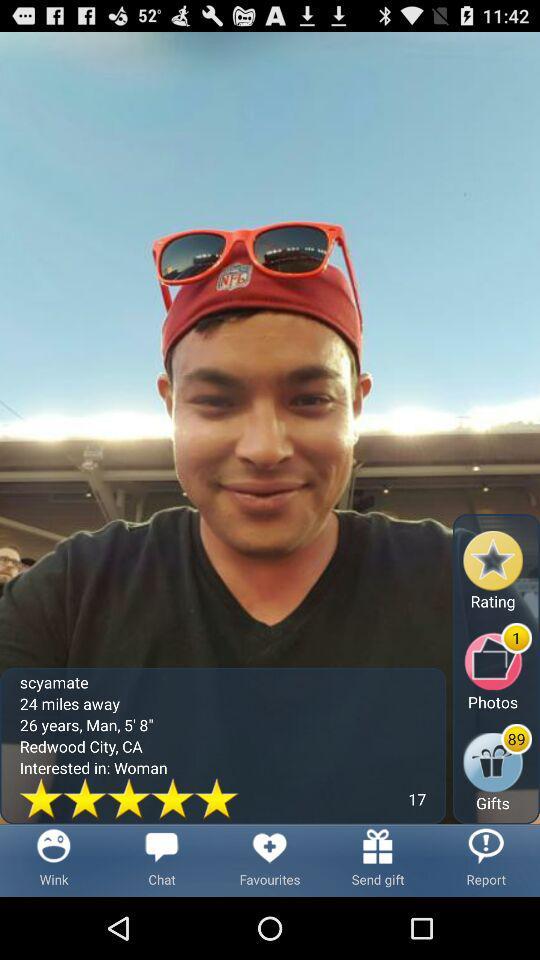 Image resolution: width=540 pixels, height=960 pixels. I want to click on the photos item, so click(497, 667).